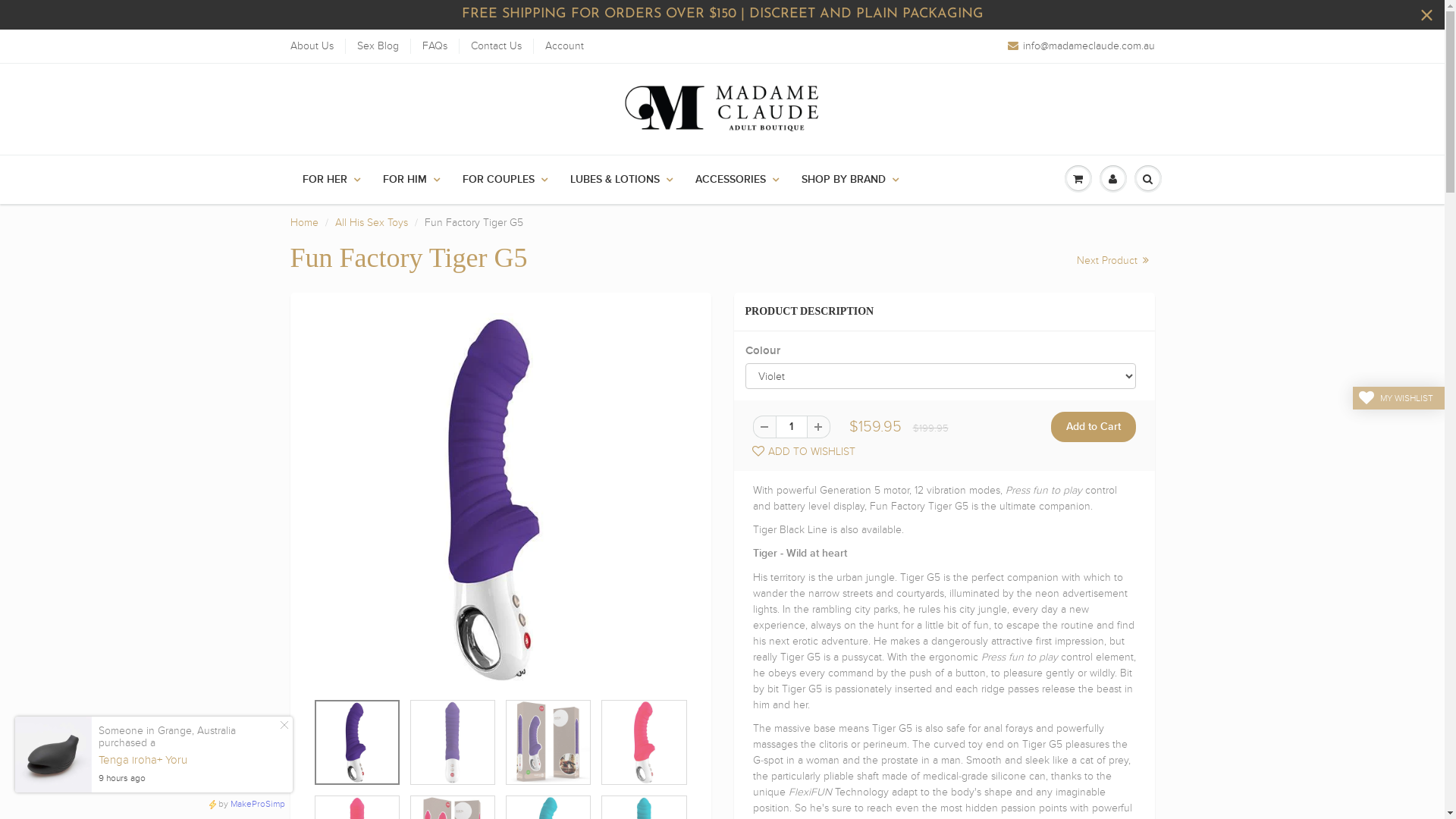  I want to click on 'Add to Cart', so click(1093, 427).